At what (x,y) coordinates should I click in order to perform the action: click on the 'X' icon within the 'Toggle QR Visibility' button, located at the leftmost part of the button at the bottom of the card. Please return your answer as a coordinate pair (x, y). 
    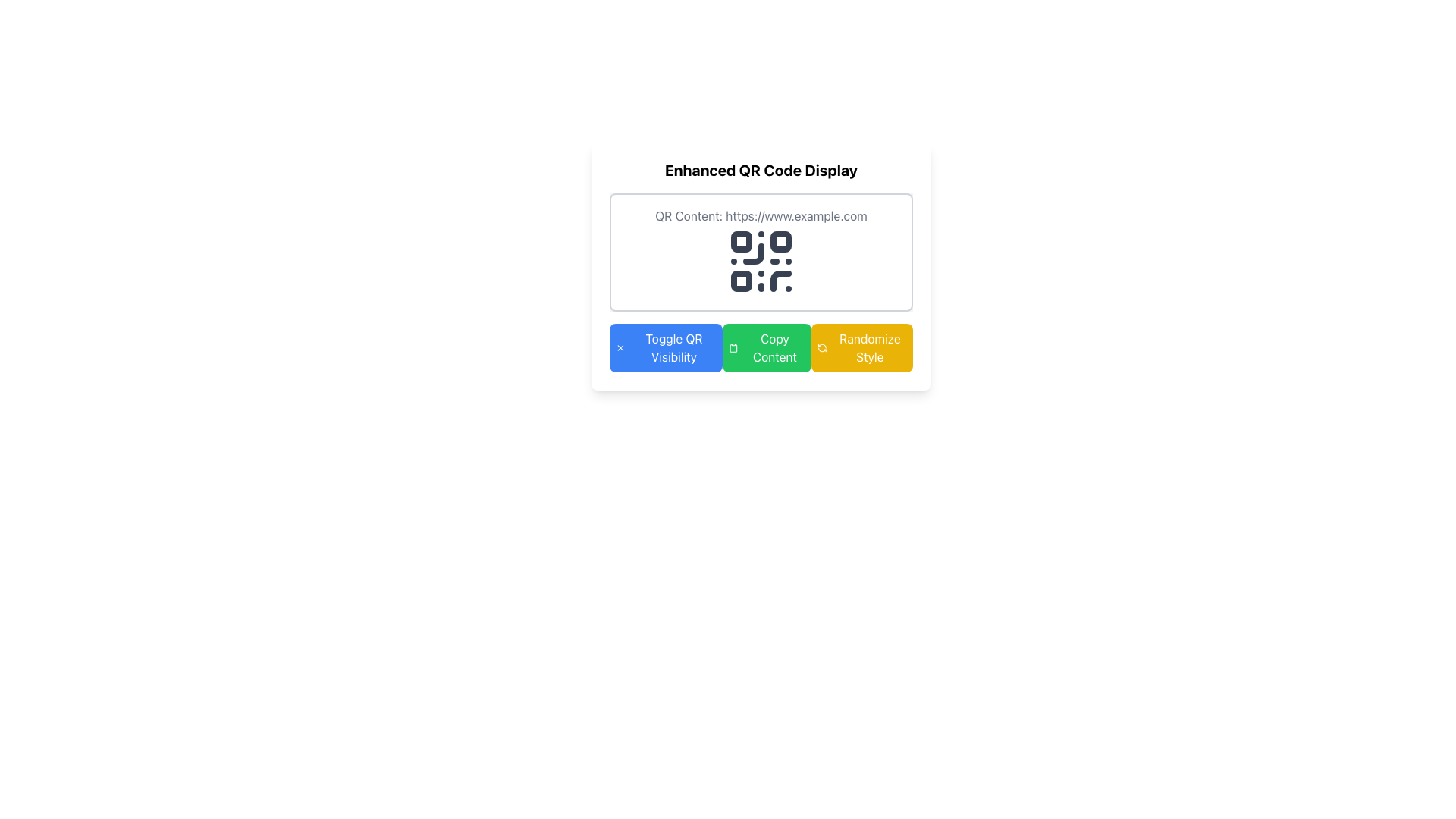
    Looking at the image, I should click on (620, 348).